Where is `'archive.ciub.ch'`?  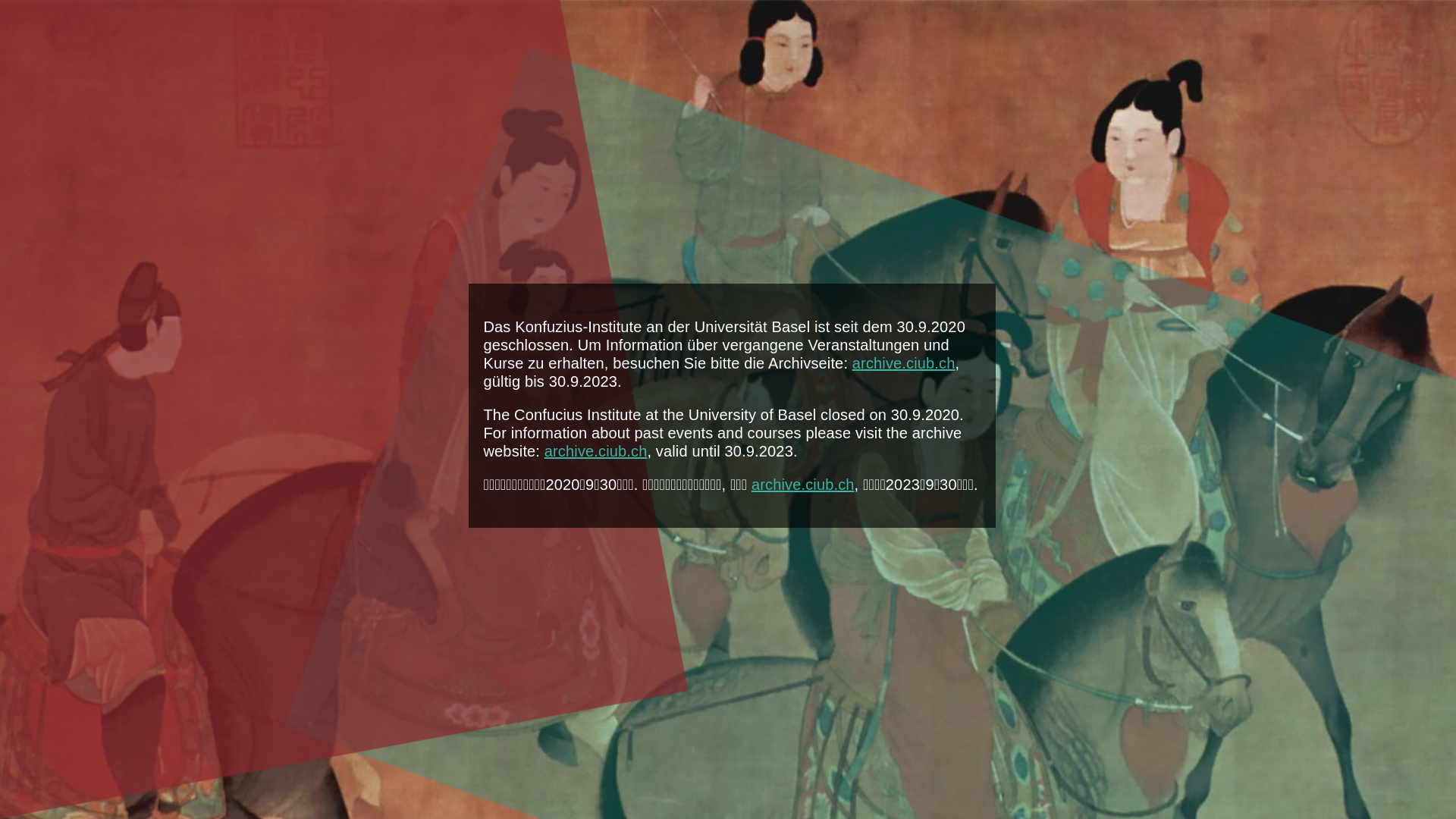
'archive.ciub.ch' is located at coordinates (595, 450).